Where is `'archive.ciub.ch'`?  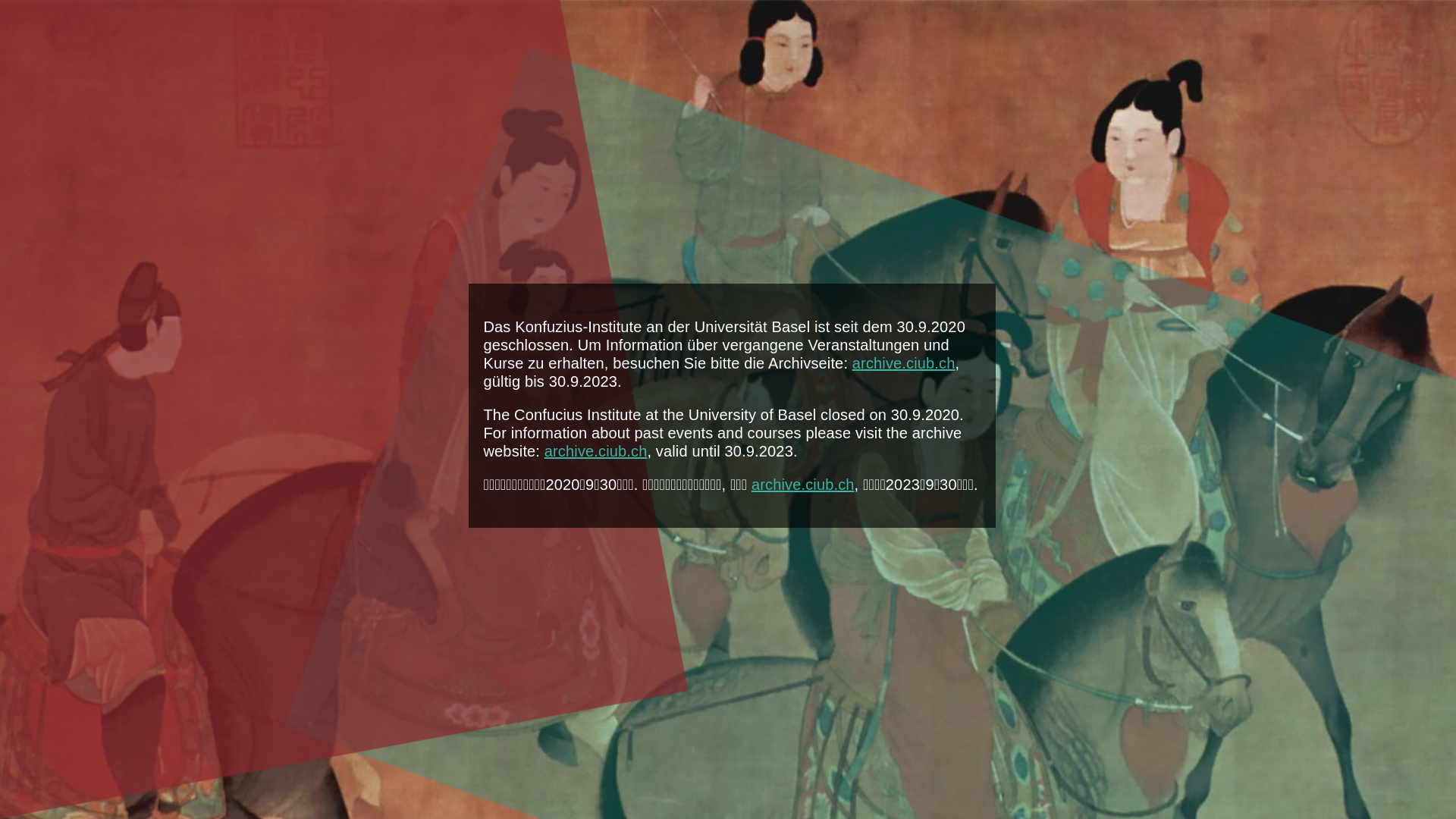
'archive.ciub.ch' is located at coordinates (595, 450).